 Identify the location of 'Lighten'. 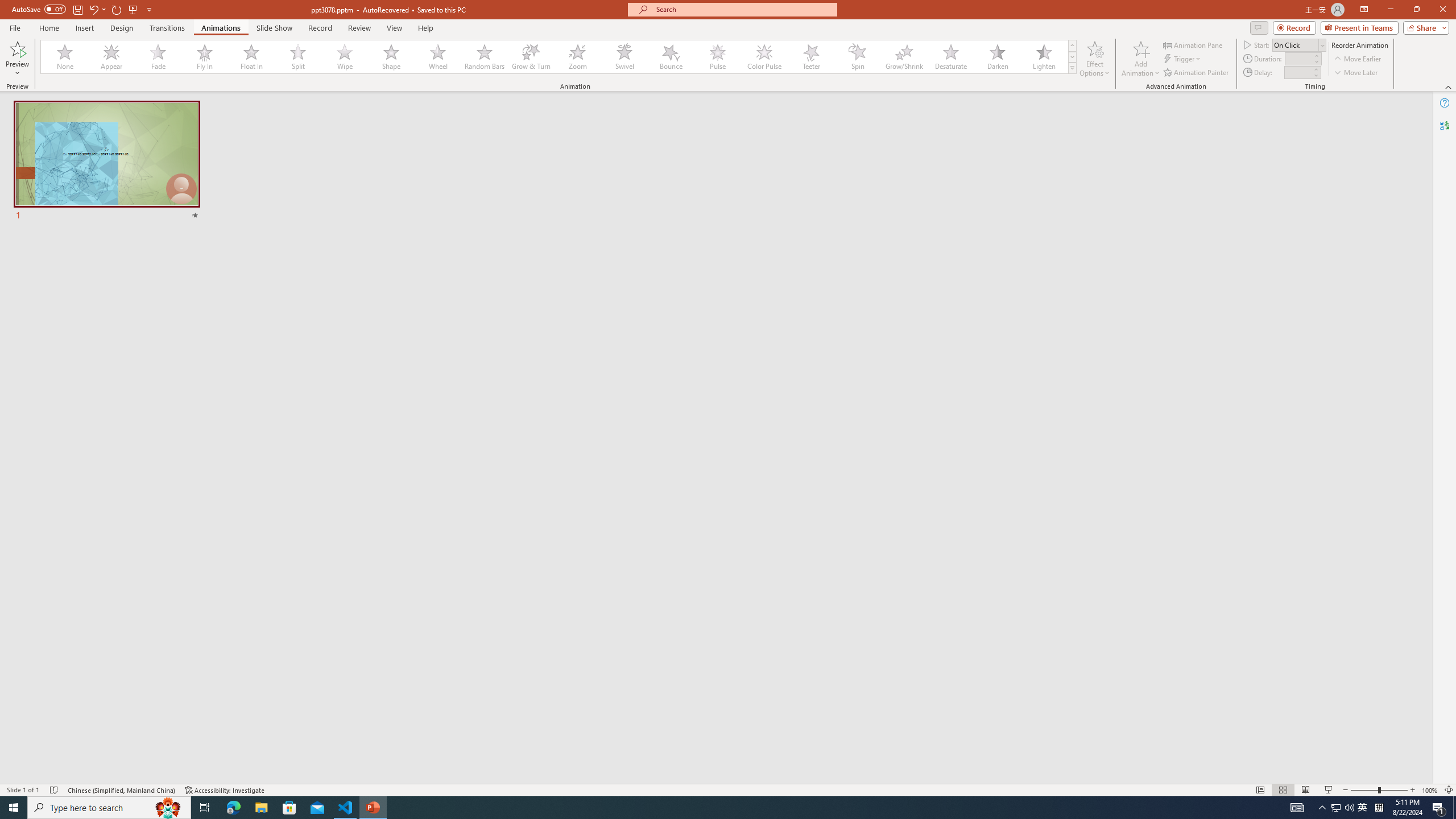
(1043, 56).